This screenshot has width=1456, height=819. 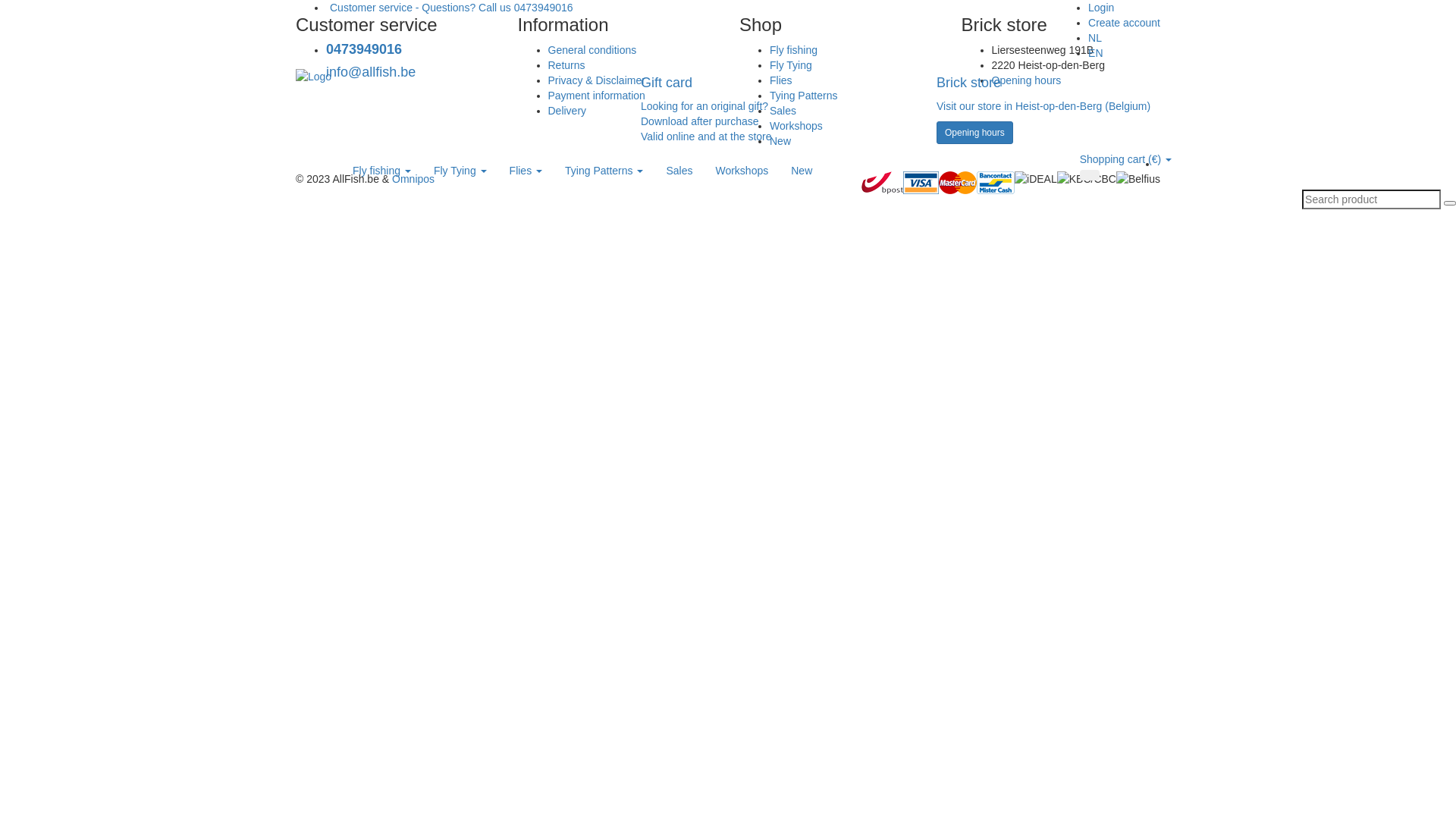 I want to click on 'Fly fishing', so click(x=381, y=170).